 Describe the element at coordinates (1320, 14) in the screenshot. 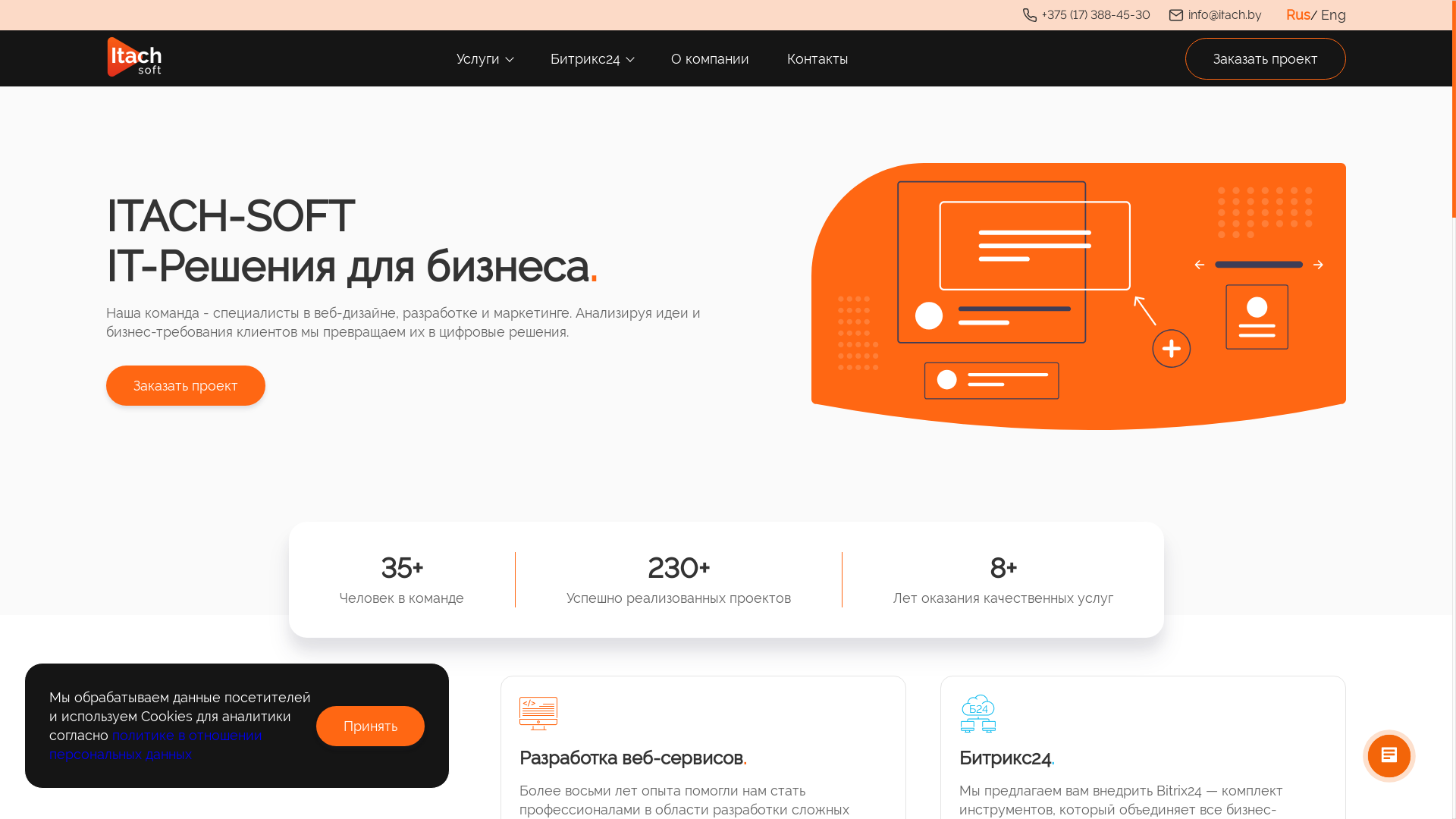

I see `'Eng'` at that location.